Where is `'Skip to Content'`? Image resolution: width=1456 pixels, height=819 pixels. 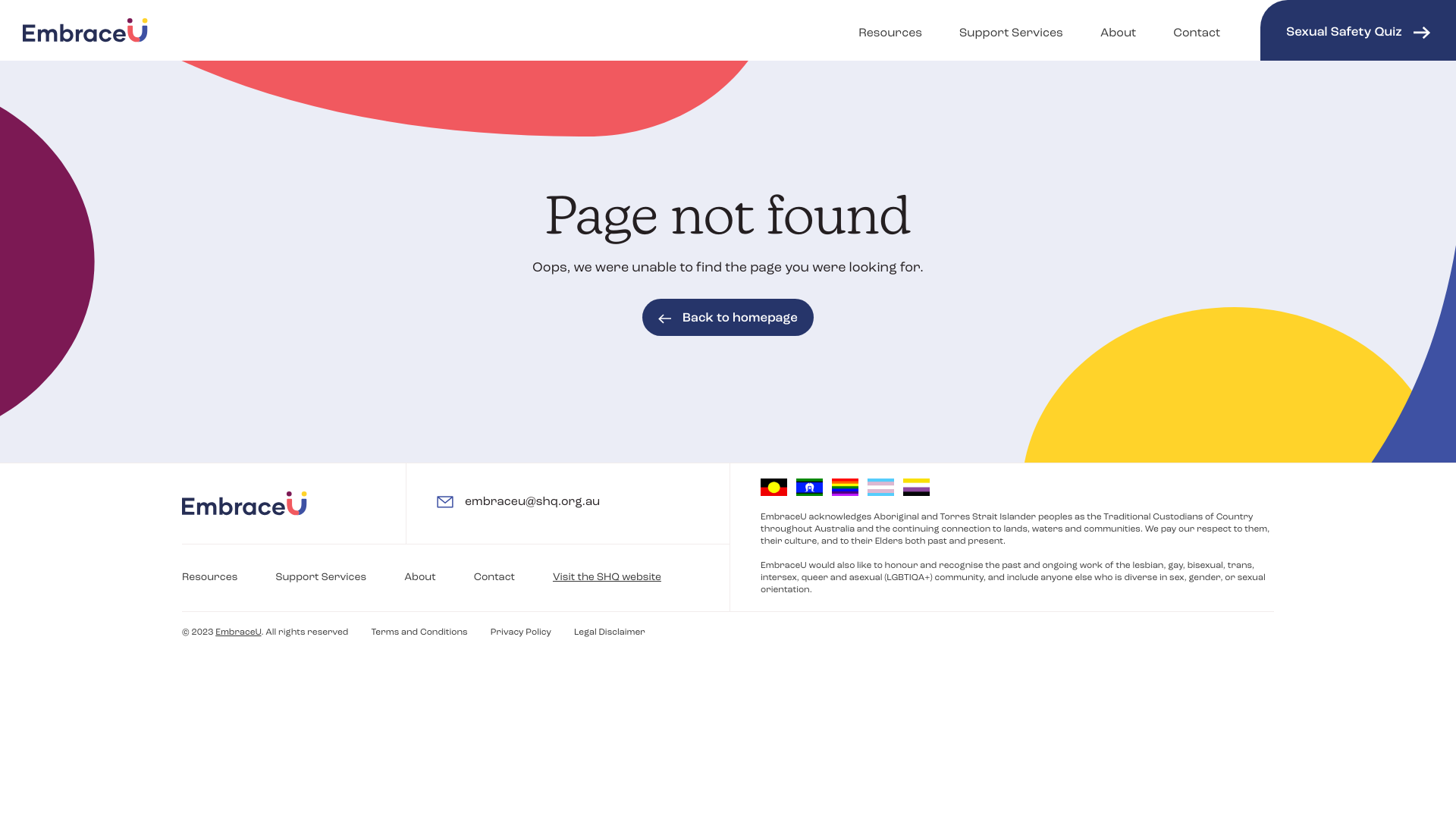
'Skip to Content' is located at coordinates (7, 7).